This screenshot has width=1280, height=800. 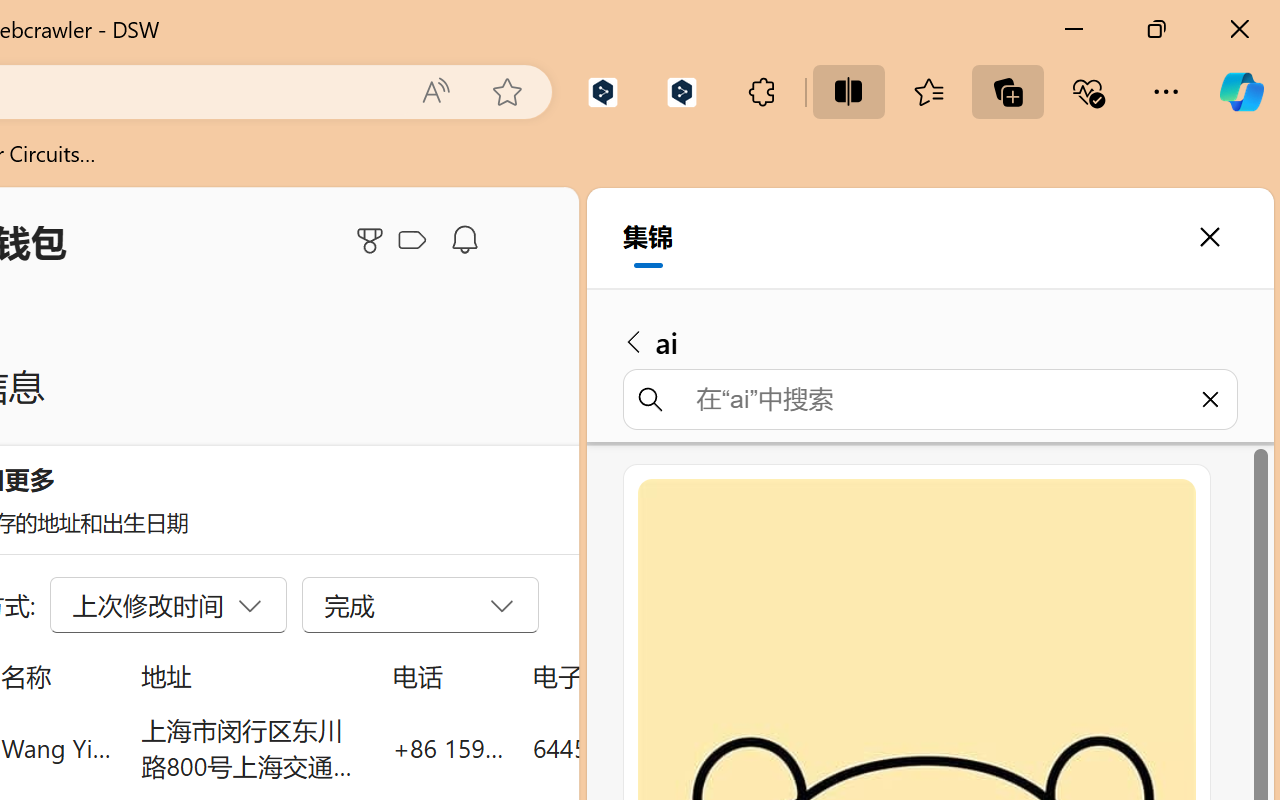 I want to click on '644553698@qq.com', so click(x=644, y=747).